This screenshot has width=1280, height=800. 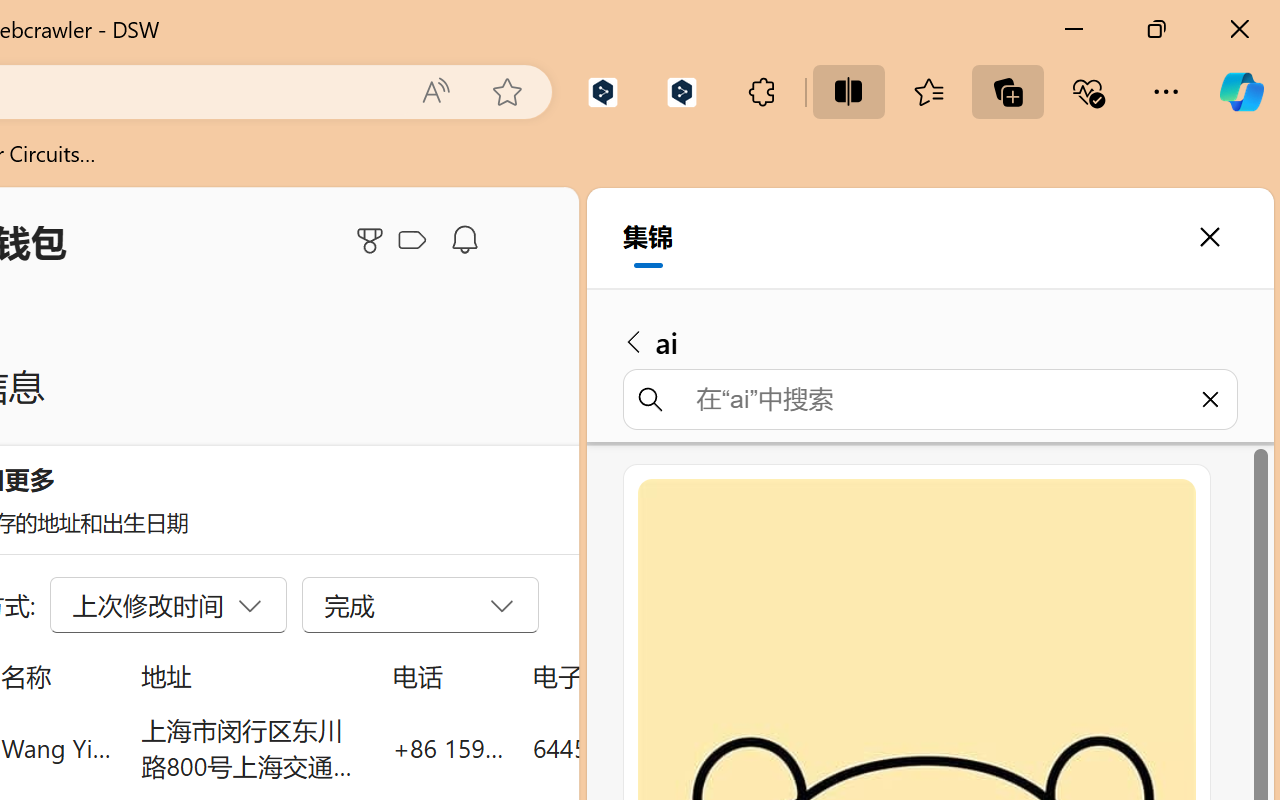 I want to click on '644553698@qq.com', so click(x=644, y=747).